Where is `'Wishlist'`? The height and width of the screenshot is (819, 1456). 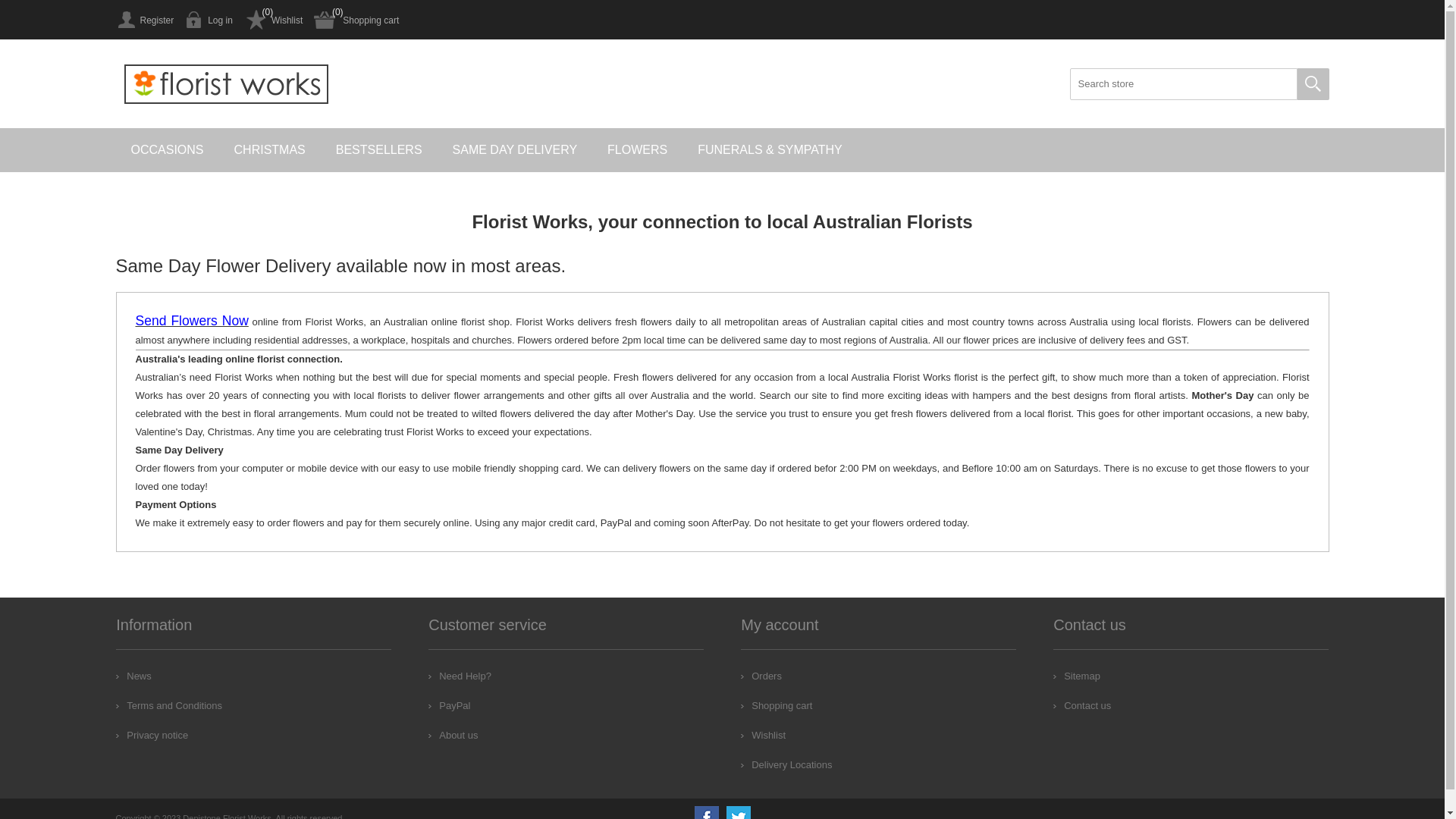
'Wishlist' is located at coordinates (243, 20).